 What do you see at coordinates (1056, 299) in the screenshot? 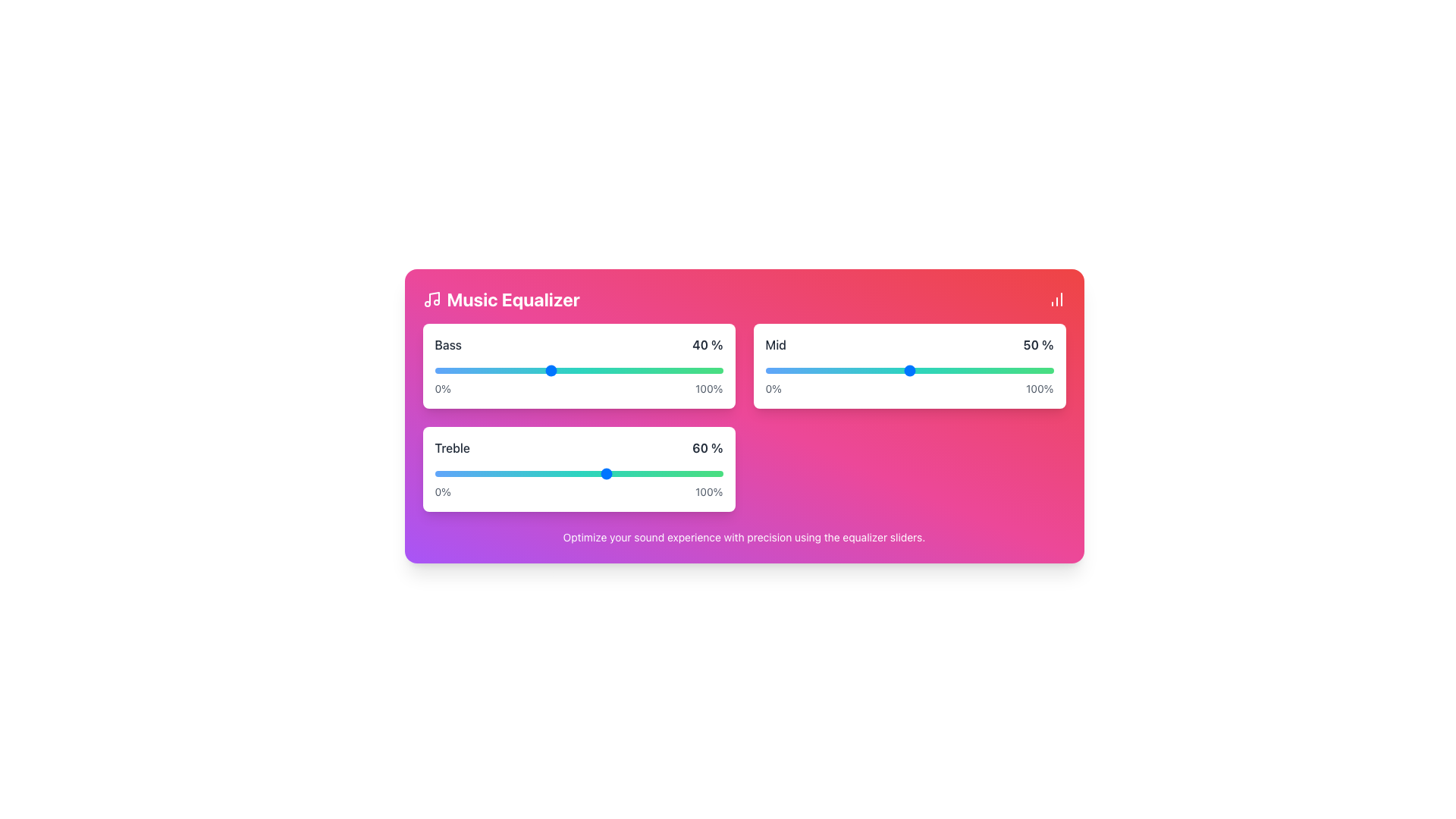
I see `the analytics icon located inside the prominent red circular button at the top right corner of the visual interface` at bounding box center [1056, 299].